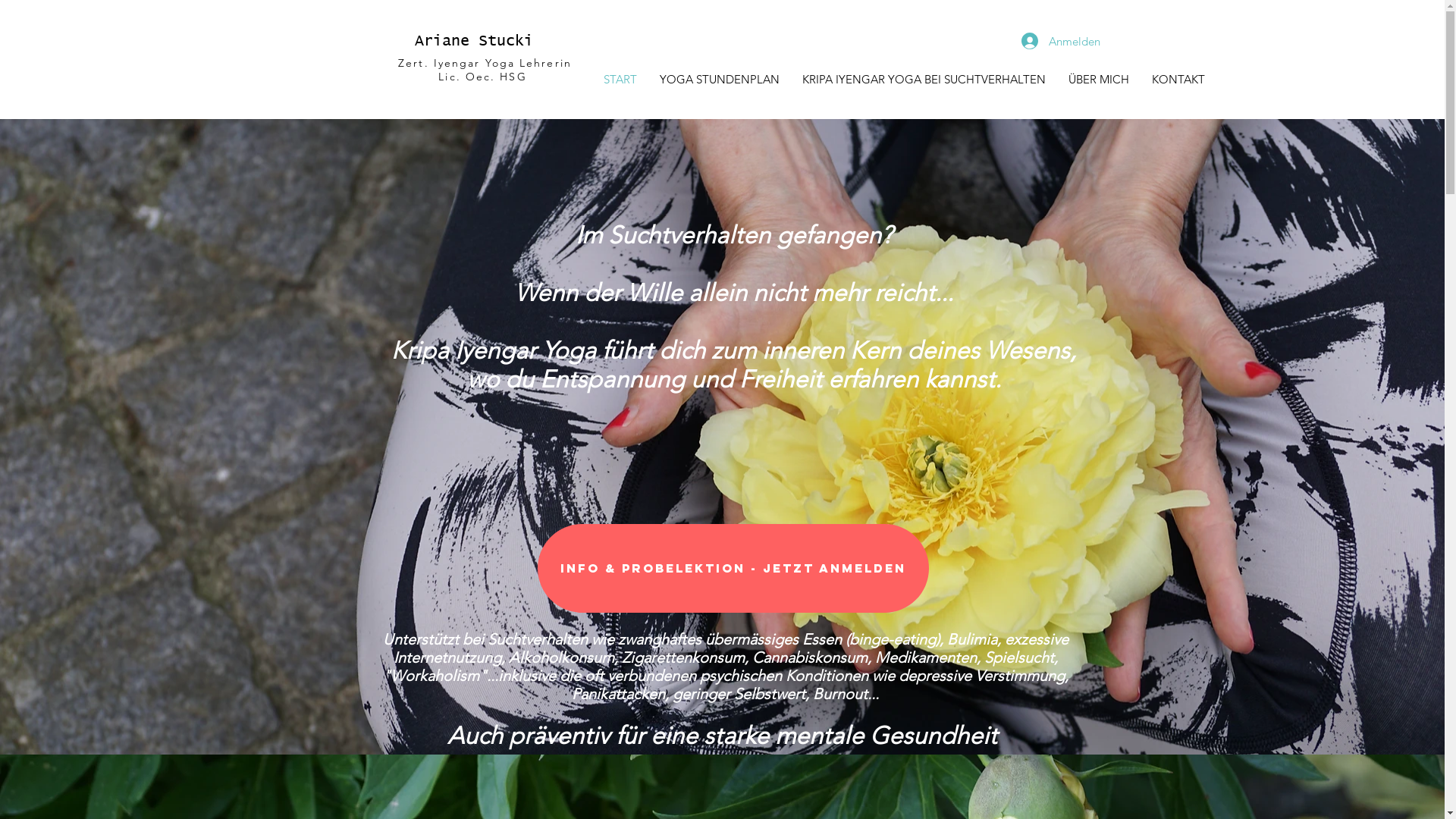 The image size is (1456, 819). I want to click on 'YOGA STUNDENPLAN', so click(718, 79).